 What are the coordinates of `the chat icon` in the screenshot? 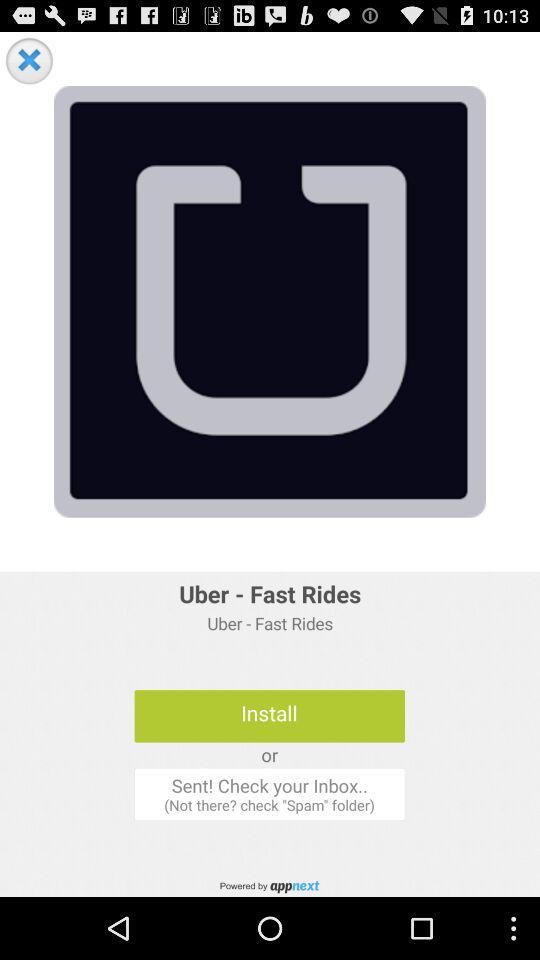 It's located at (135, 150).